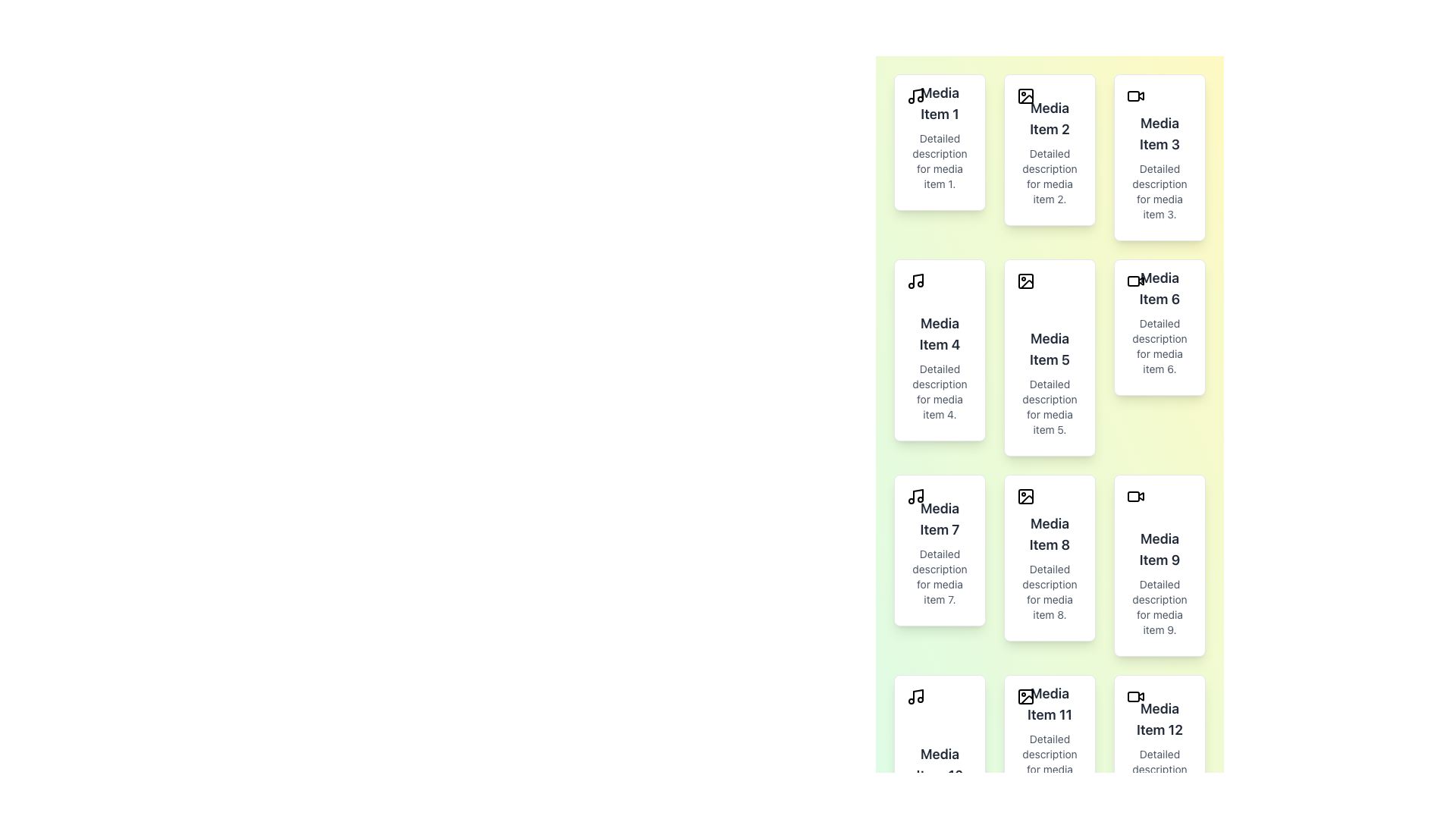  What do you see at coordinates (939, 143) in the screenshot?
I see `the first media card located in the top-left corner of the grid layout` at bounding box center [939, 143].